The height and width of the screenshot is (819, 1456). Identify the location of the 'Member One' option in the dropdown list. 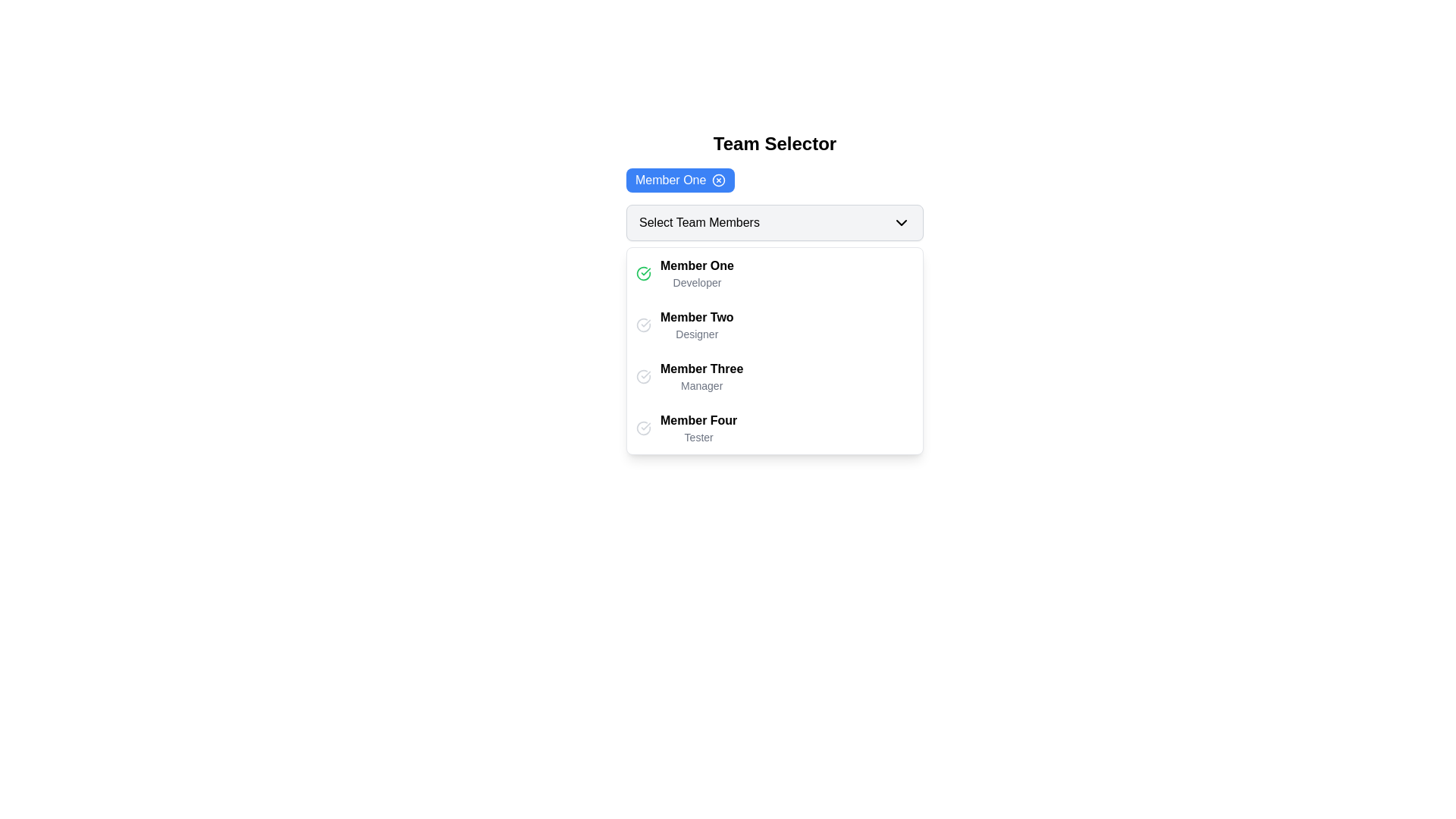
(696, 274).